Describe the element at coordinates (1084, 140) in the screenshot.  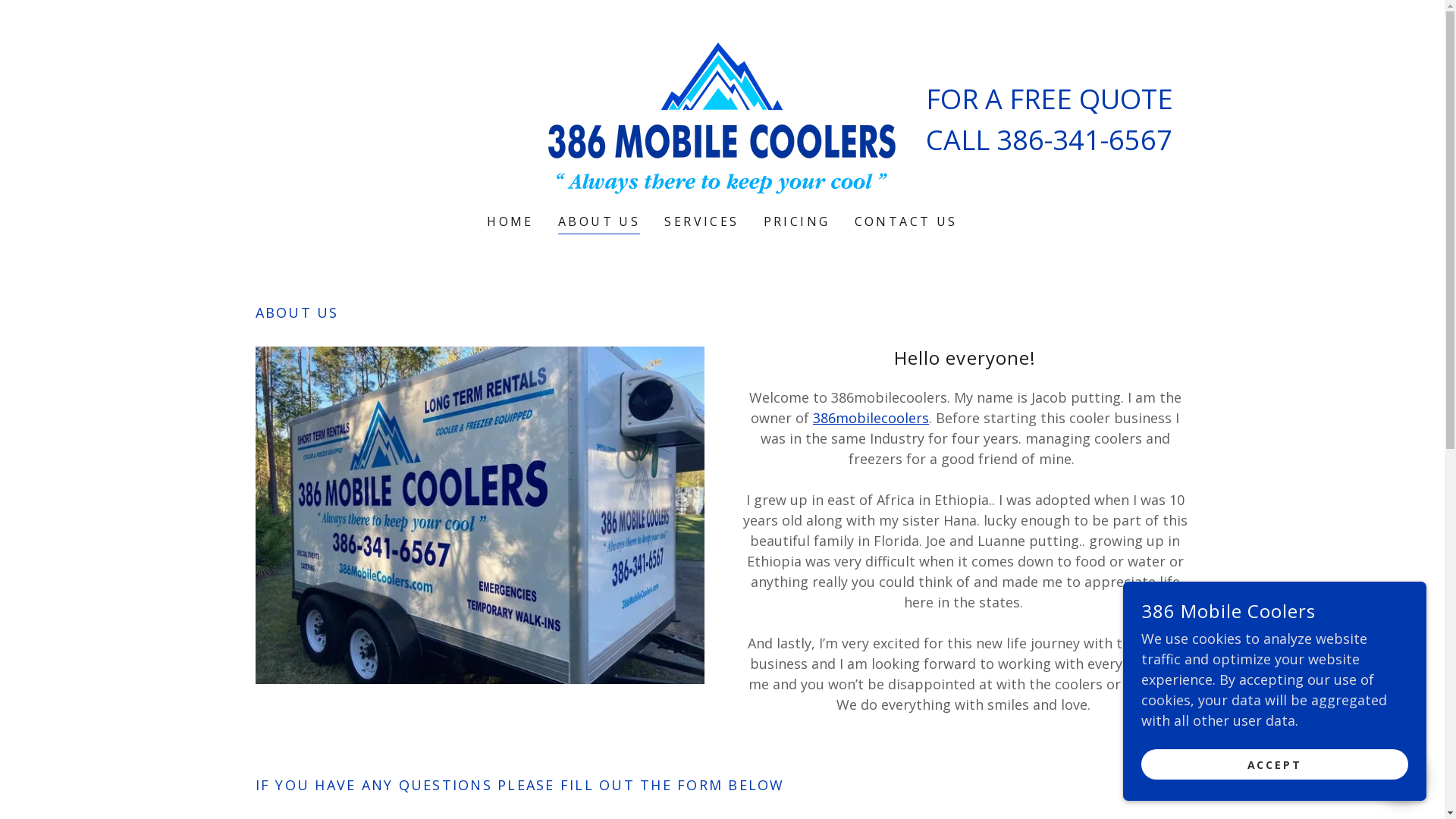
I see `'386-341-6567'` at that location.